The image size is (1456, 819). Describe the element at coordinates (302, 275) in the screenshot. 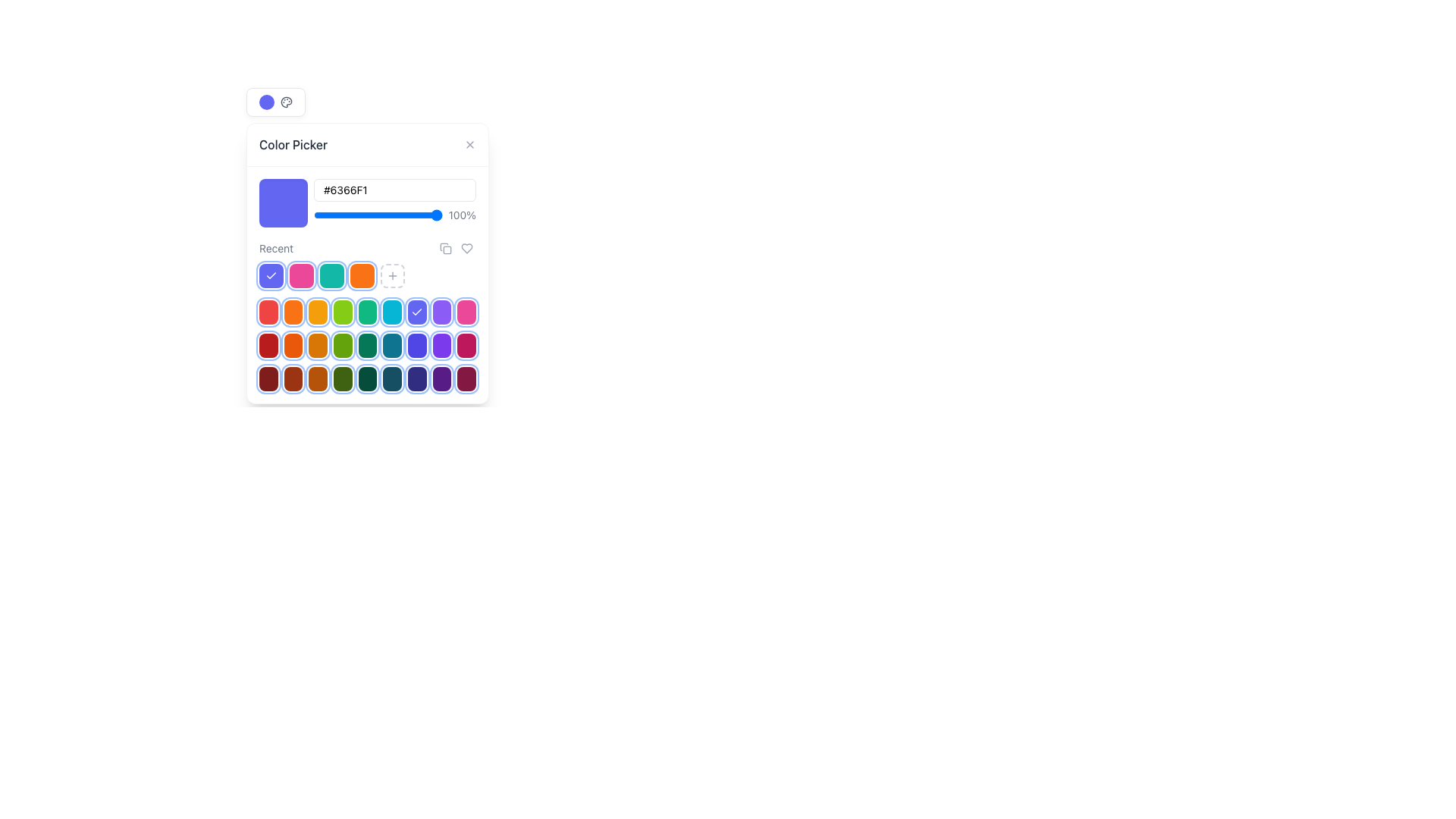

I see `the recently selected color option button, which is the second item in the first row of the color swatches with a vivid pink color` at that location.